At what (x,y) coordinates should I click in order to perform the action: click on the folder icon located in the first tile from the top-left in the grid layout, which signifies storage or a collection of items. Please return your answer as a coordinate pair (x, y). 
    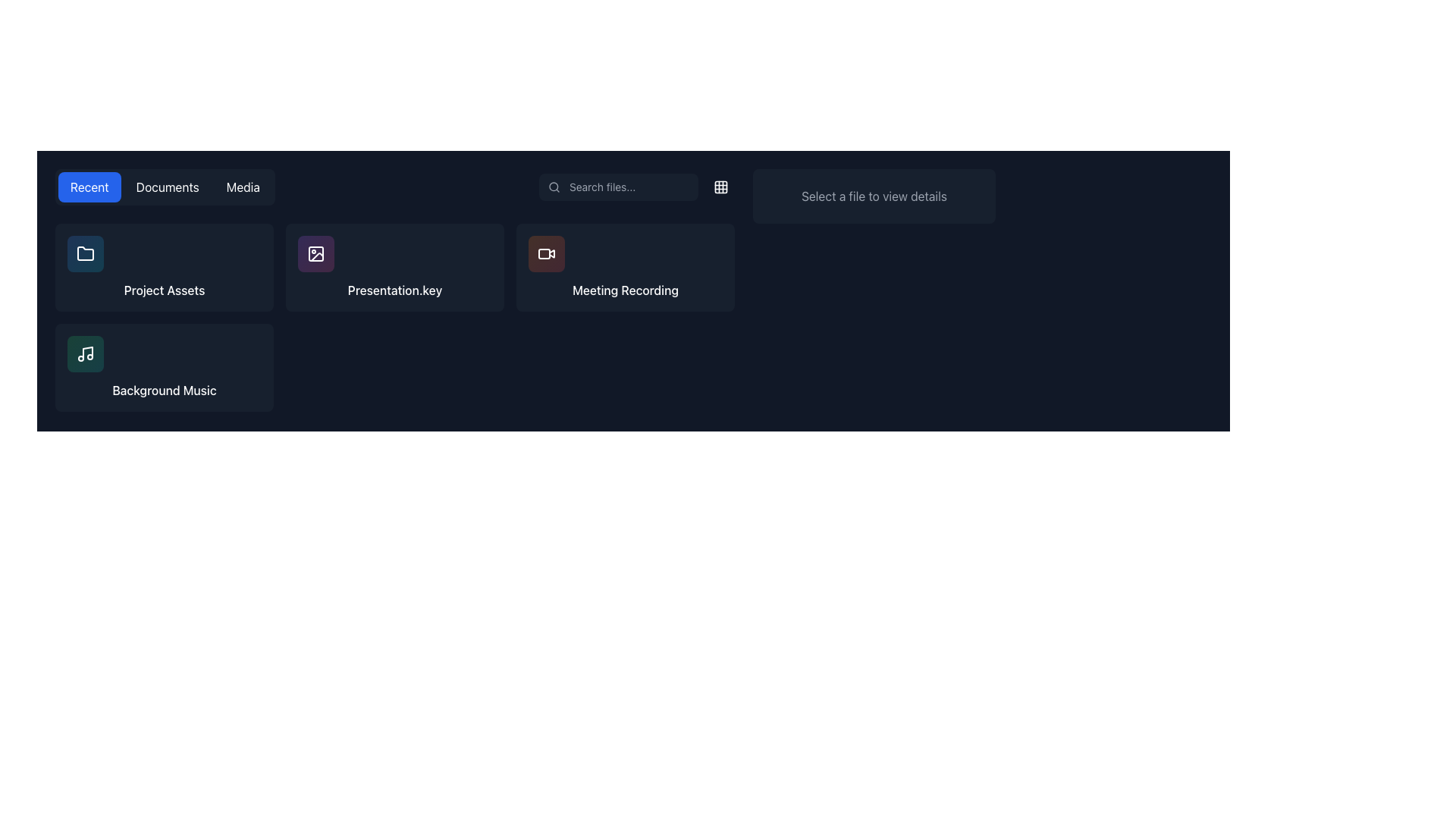
    Looking at the image, I should click on (85, 253).